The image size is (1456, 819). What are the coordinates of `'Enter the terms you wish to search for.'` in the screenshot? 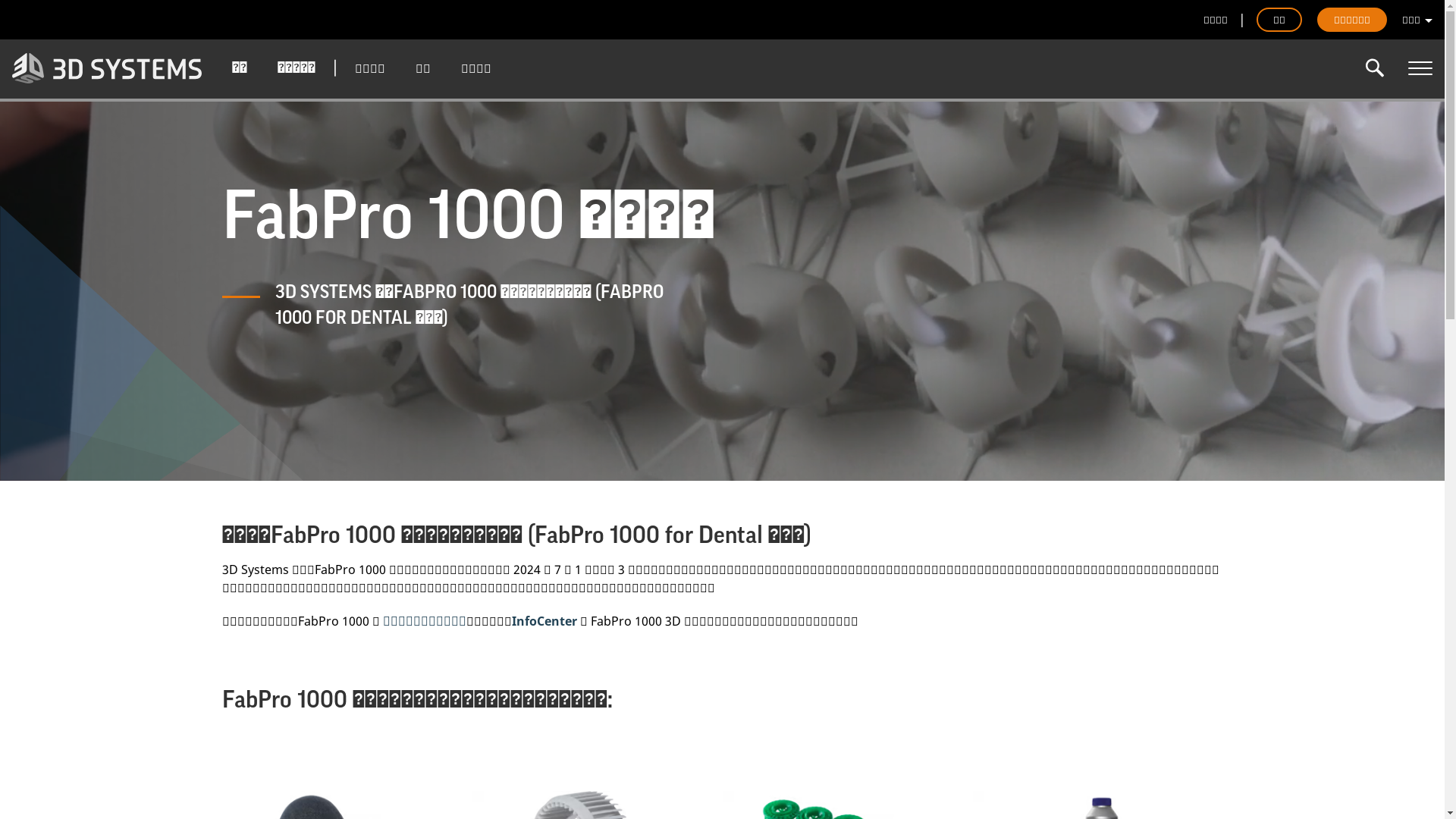 It's located at (1360, 67).